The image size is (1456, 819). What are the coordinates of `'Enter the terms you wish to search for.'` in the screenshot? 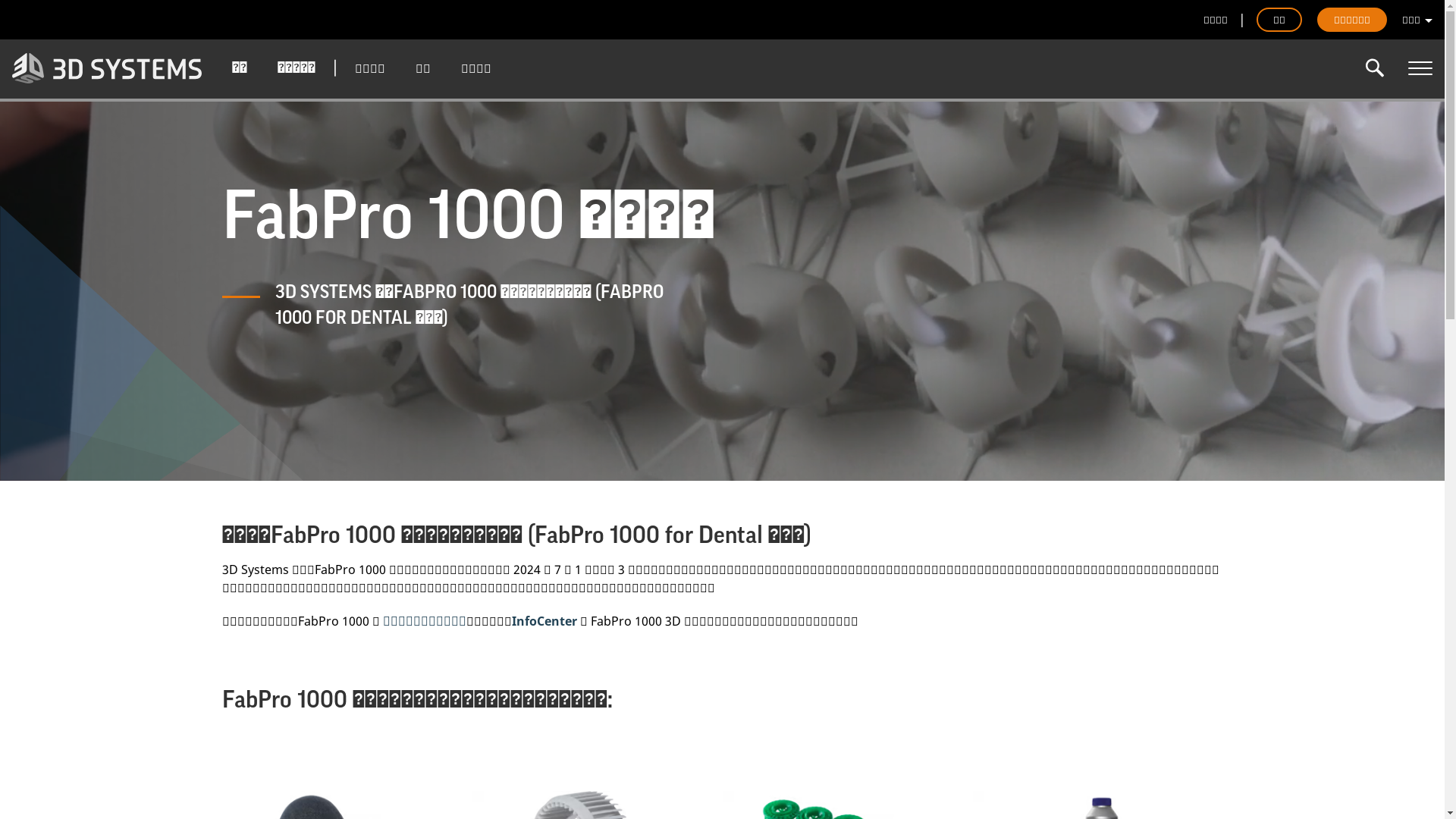 It's located at (1360, 67).